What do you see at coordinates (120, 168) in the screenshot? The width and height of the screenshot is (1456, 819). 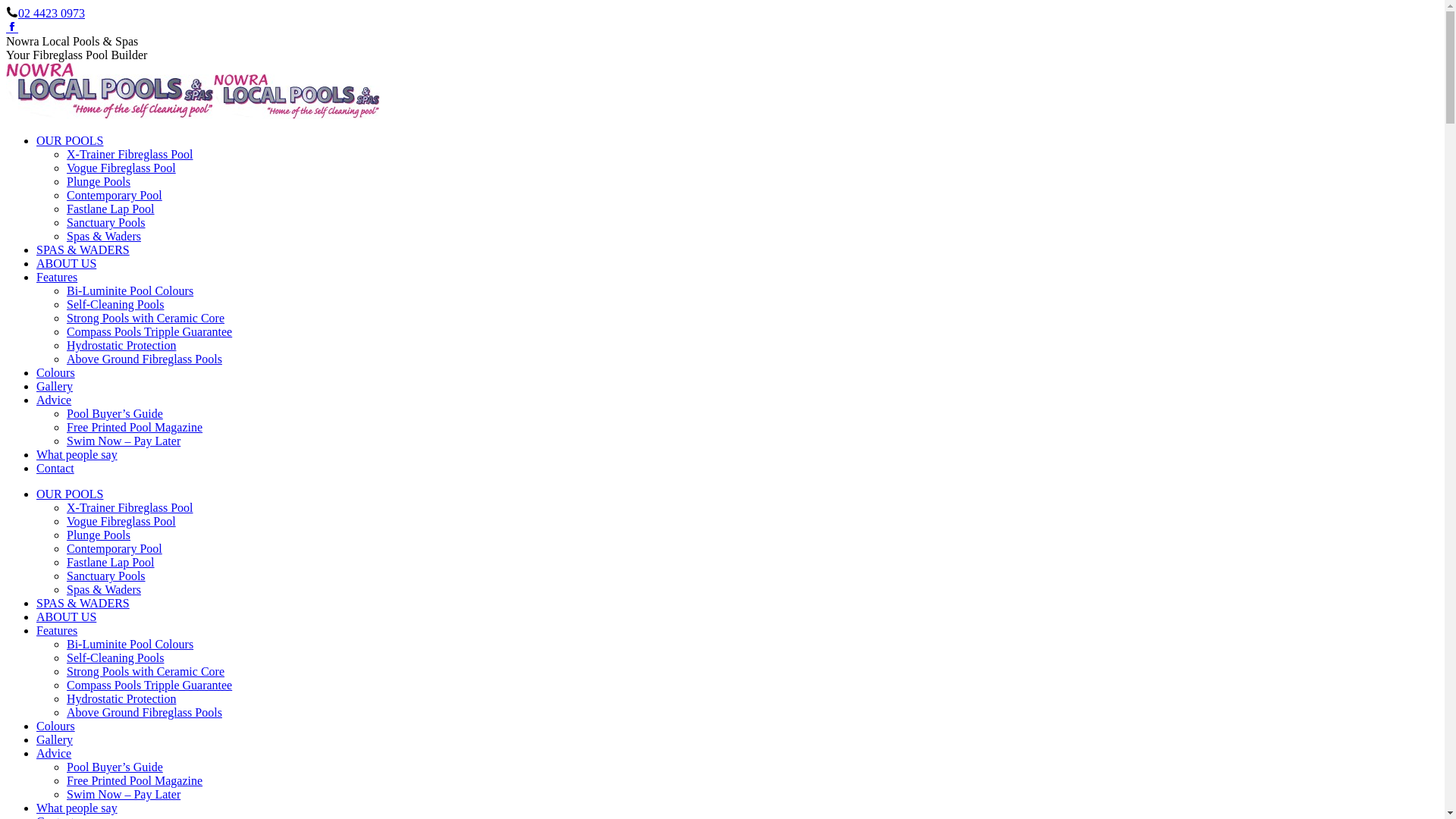 I see `'Vogue Fibreglass Pool'` at bounding box center [120, 168].